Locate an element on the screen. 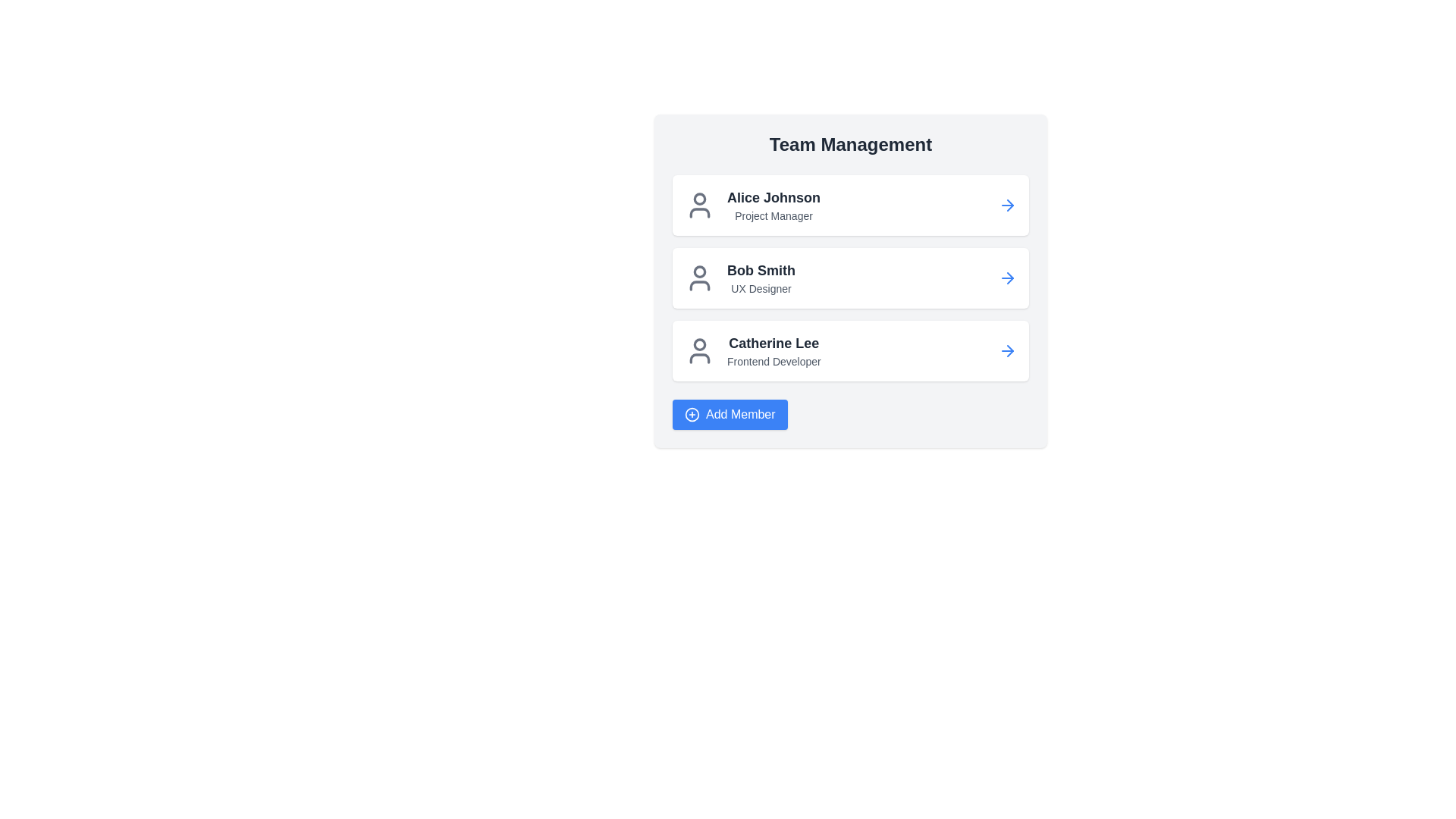  the second entry in the 'Team Management' section, which displays details of a team member, located between 'Alice Johnson, Project Manager' and 'Catherine Lee, Frontend Developer' is located at coordinates (851, 281).